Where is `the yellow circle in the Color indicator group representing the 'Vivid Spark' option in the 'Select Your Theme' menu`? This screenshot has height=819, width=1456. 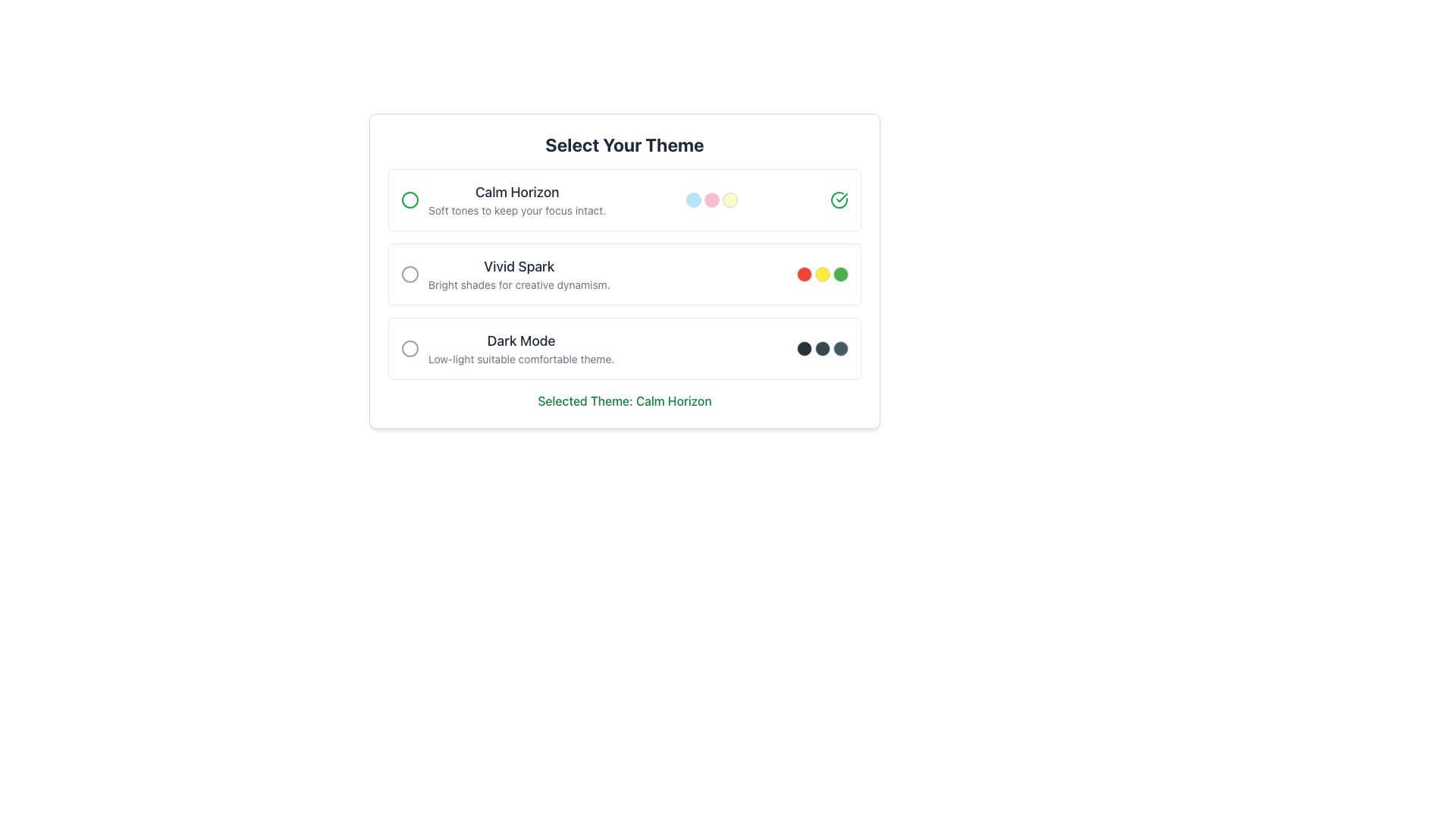 the yellow circle in the Color indicator group representing the 'Vivid Spark' option in the 'Select Your Theme' menu is located at coordinates (821, 275).